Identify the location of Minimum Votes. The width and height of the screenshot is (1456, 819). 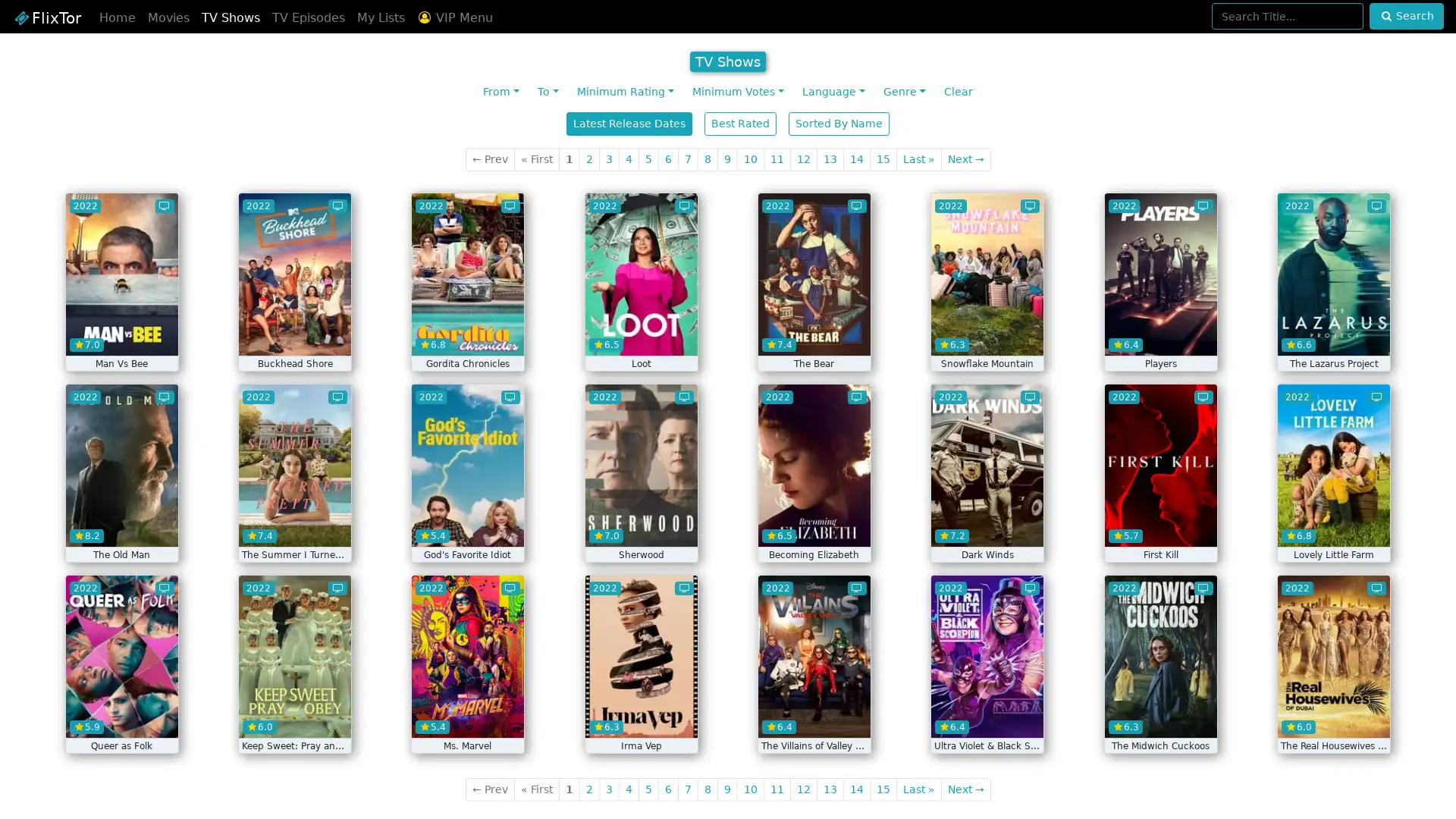
(738, 92).